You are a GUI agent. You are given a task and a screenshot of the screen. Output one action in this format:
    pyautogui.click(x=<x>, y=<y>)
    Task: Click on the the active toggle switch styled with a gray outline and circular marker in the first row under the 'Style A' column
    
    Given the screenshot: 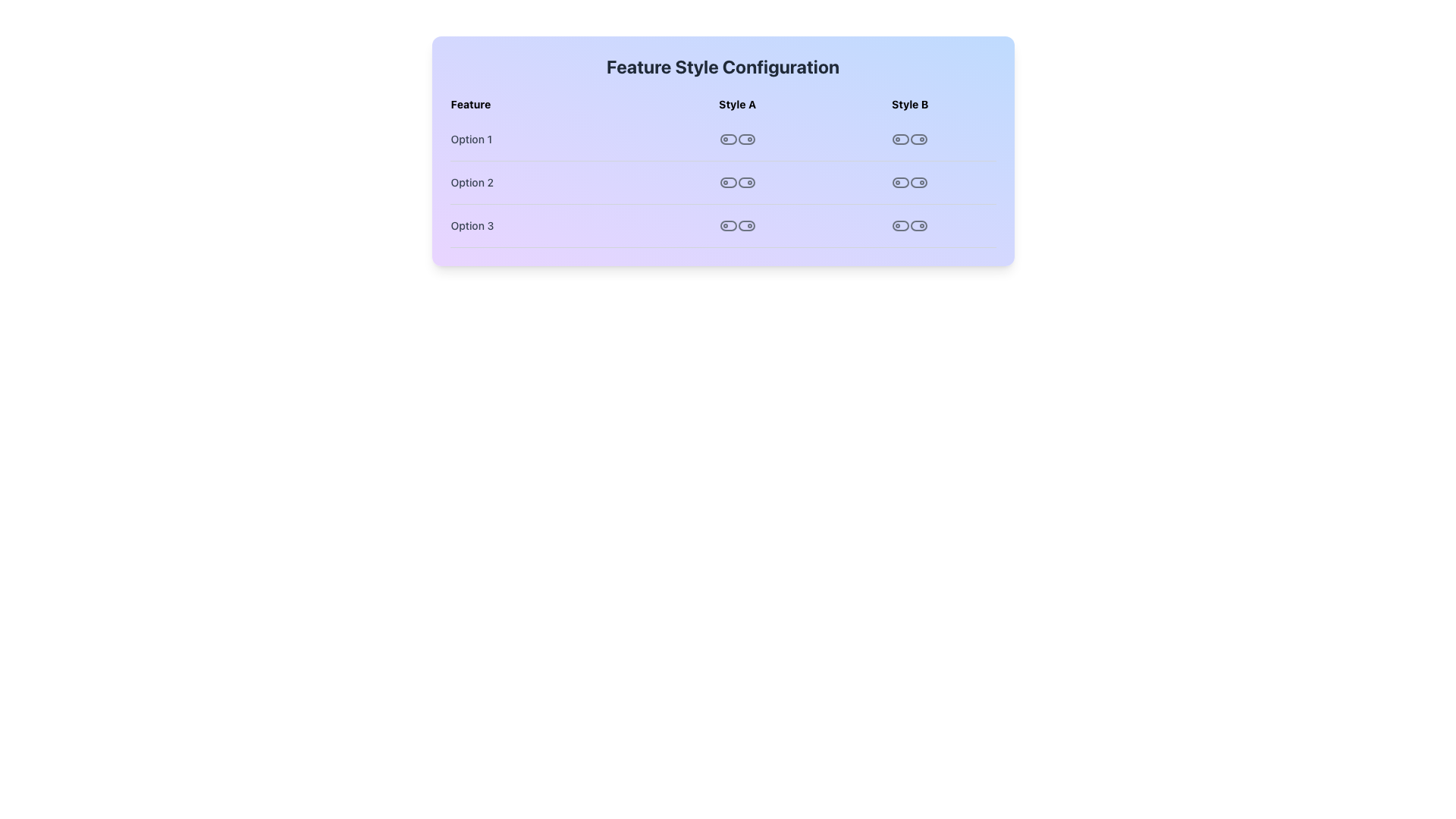 What is the action you would take?
    pyautogui.click(x=746, y=140)
    